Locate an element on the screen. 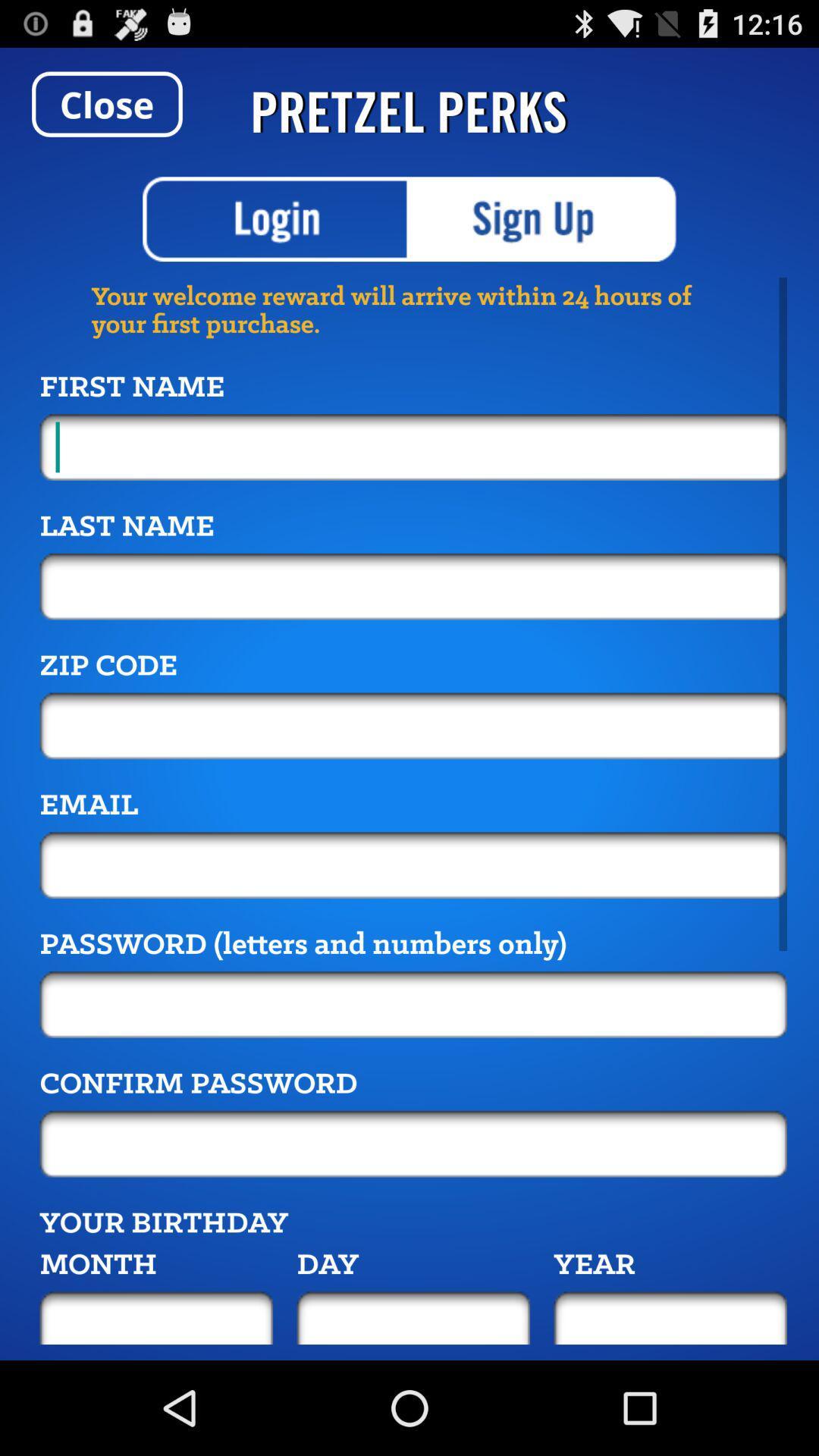  e-mail adress is located at coordinates (413, 865).